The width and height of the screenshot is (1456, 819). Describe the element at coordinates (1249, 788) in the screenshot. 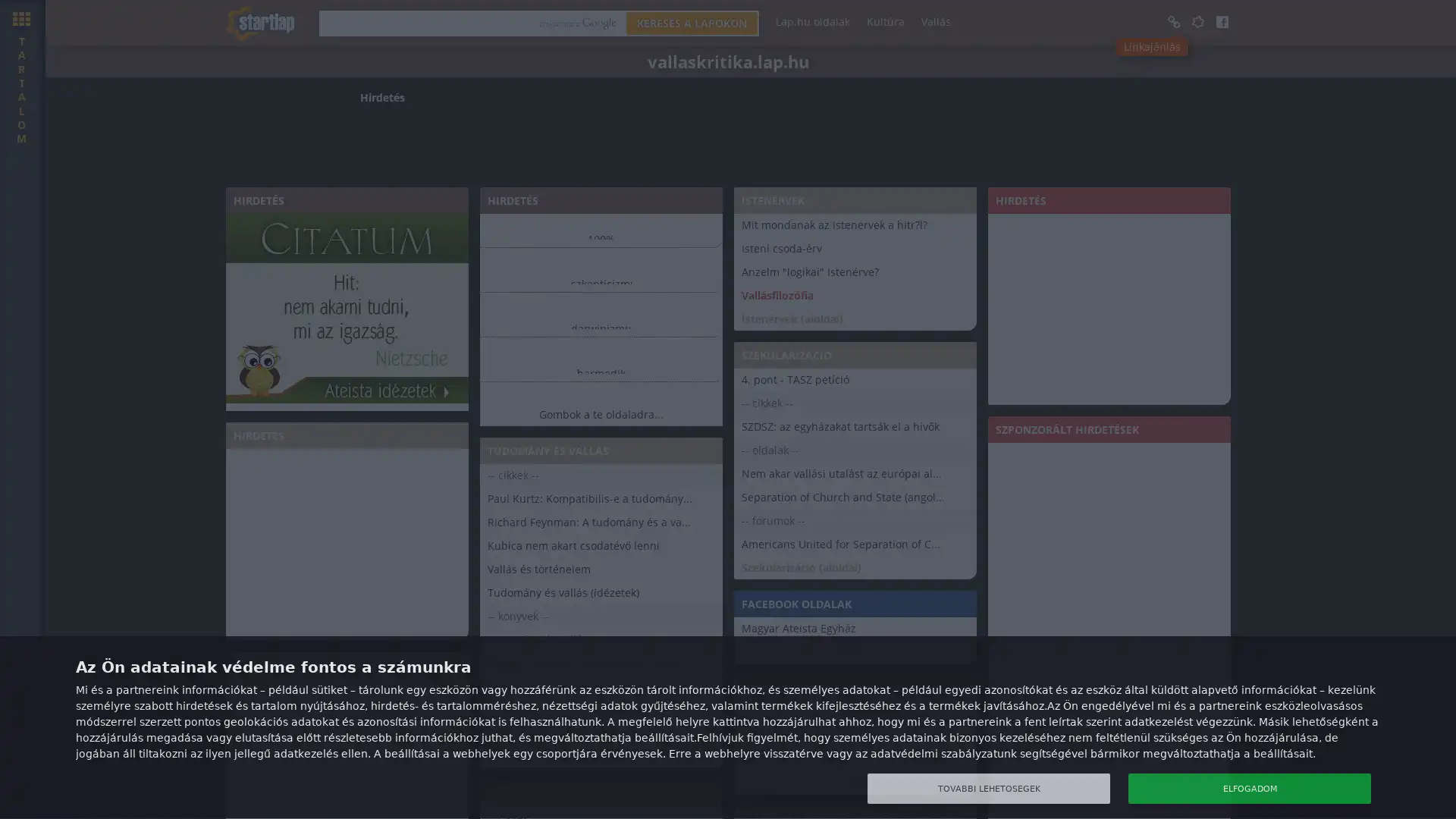

I see `ELFOGADOM` at that location.